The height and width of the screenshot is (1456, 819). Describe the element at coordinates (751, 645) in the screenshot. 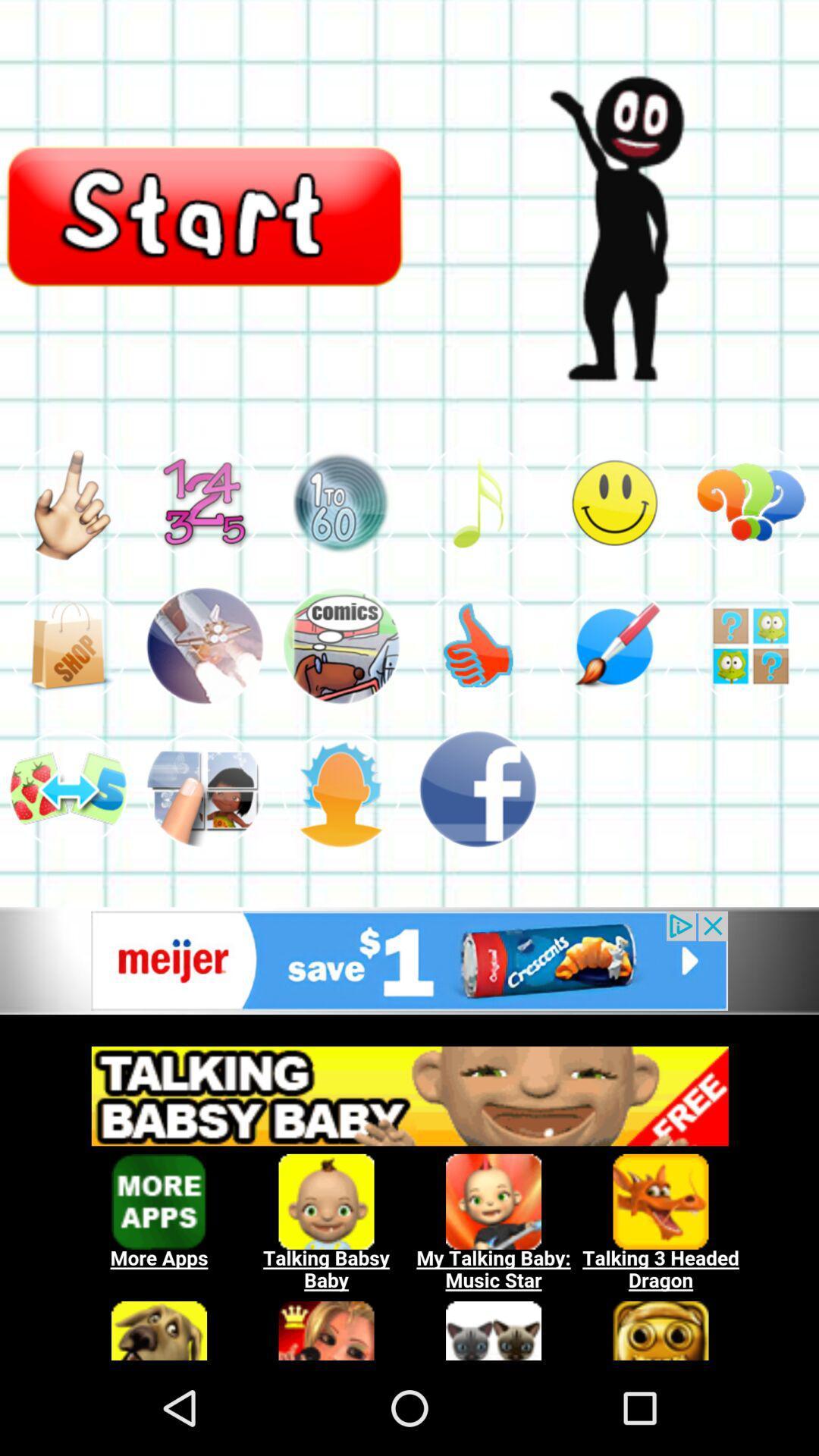

I see `open game` at that location.